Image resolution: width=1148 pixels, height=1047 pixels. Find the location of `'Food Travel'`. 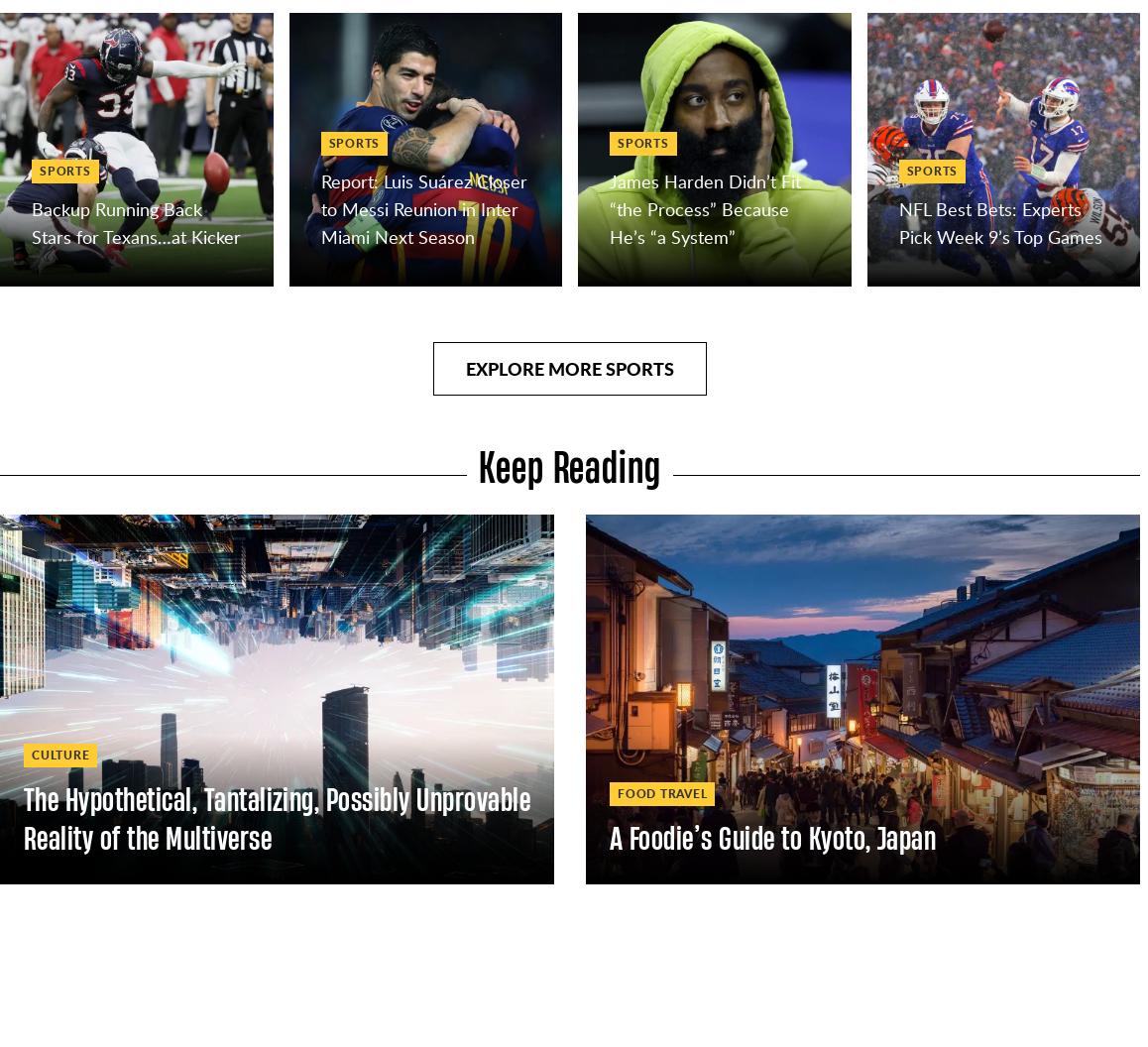

'Food Travel' is located at coordinates (662, 792).